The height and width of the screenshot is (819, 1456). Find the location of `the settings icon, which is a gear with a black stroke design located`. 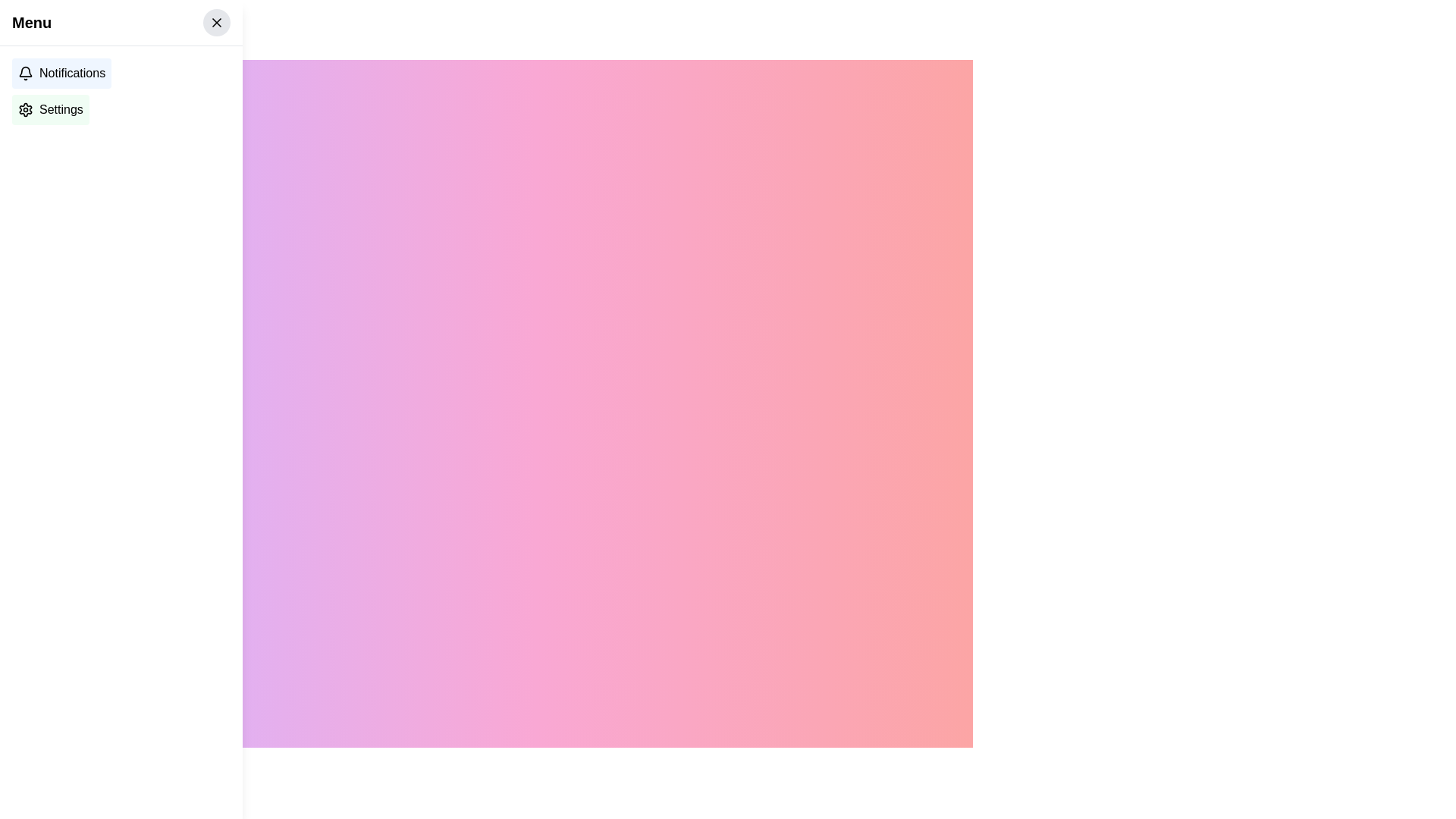

the settings icon, which is a gear with a black stroke design located is located at coordinates (25, 109).